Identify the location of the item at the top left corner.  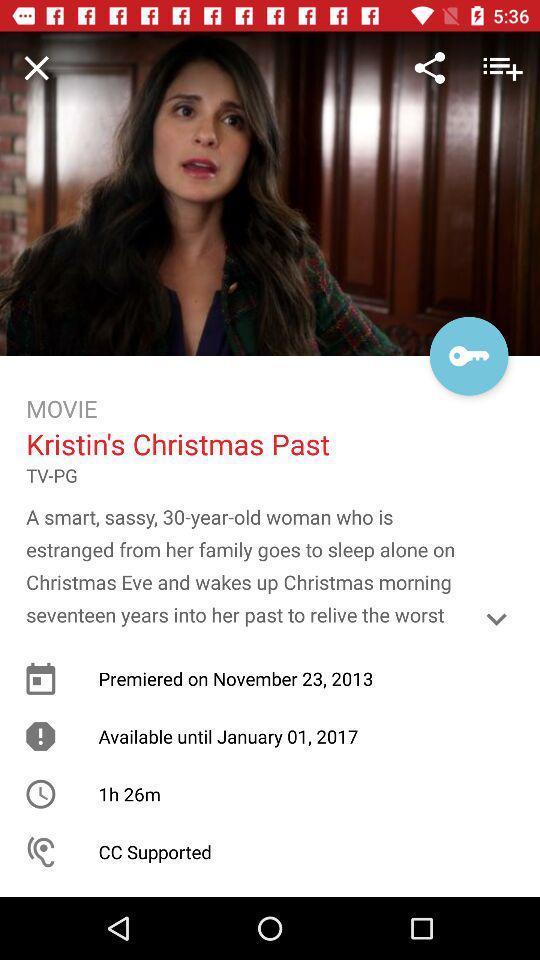
(36, 67).